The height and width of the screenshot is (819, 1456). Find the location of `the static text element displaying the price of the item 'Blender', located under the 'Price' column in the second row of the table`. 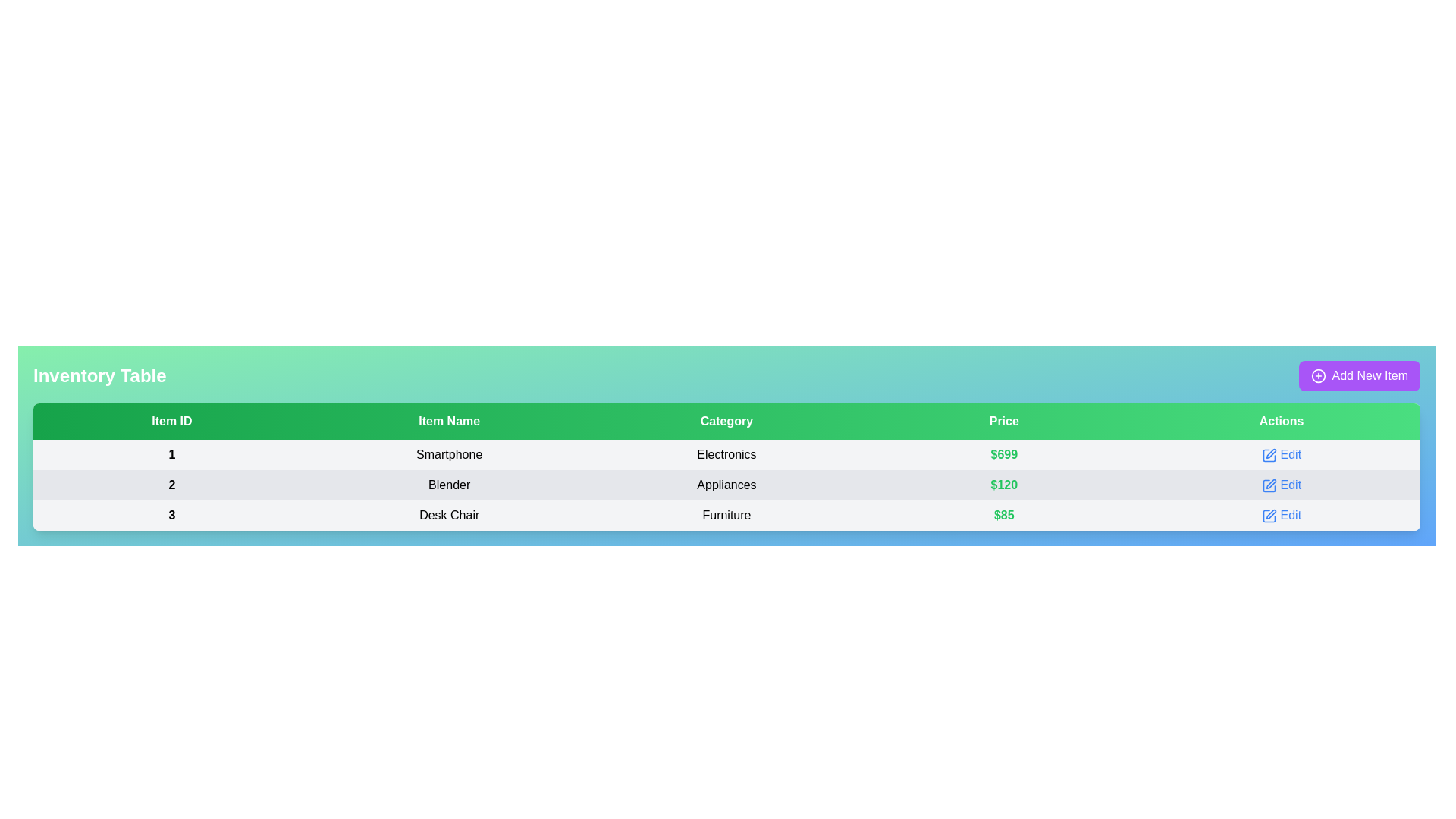

the static text element displaying the price of the item 'Blender', located under the 'Price' column in the second row of the table is located at coordinates (1004, 485).